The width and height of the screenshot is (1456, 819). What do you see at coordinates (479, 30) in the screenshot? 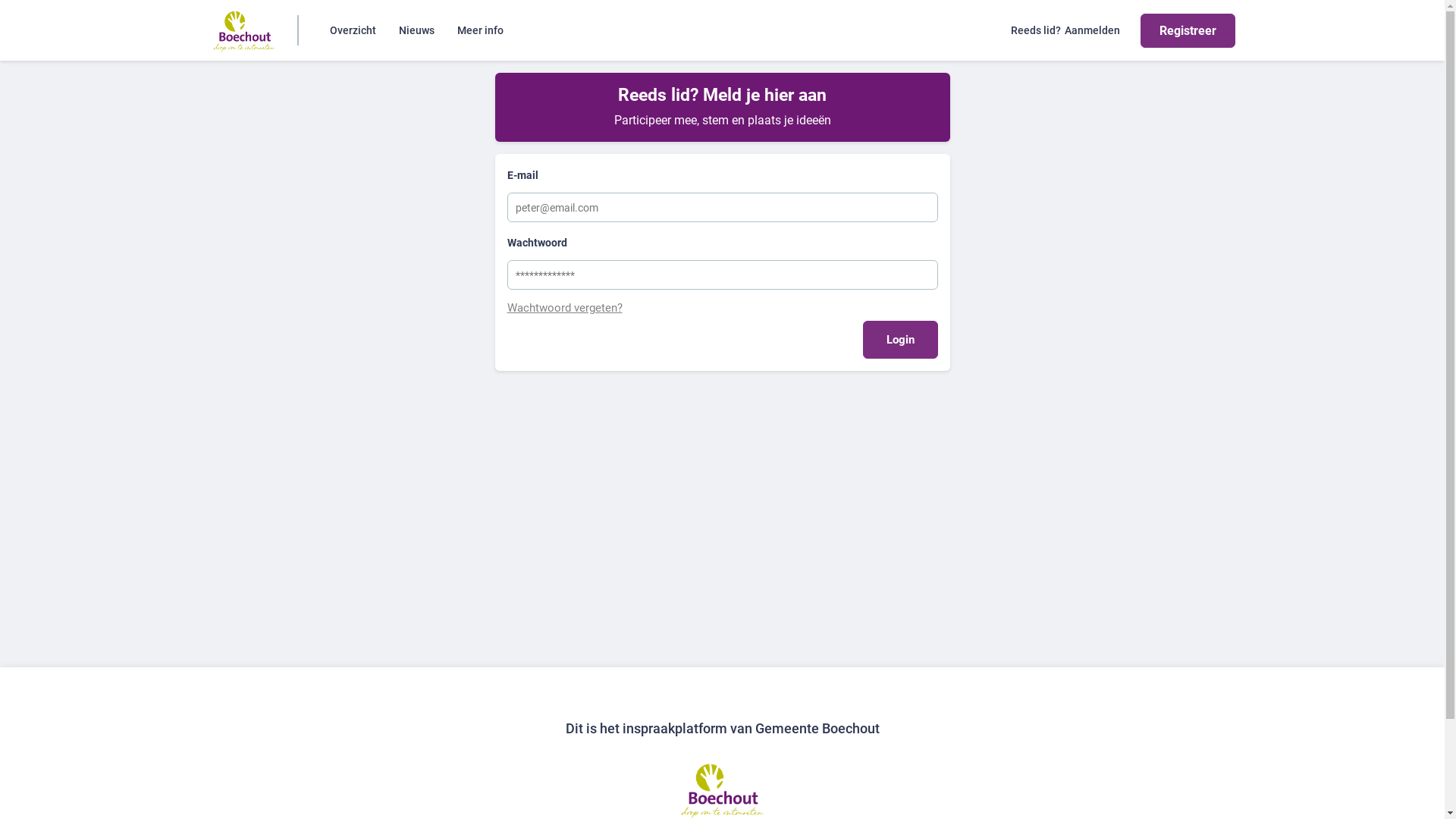
I see `'Meer info'` at bounding box center [479, 30].